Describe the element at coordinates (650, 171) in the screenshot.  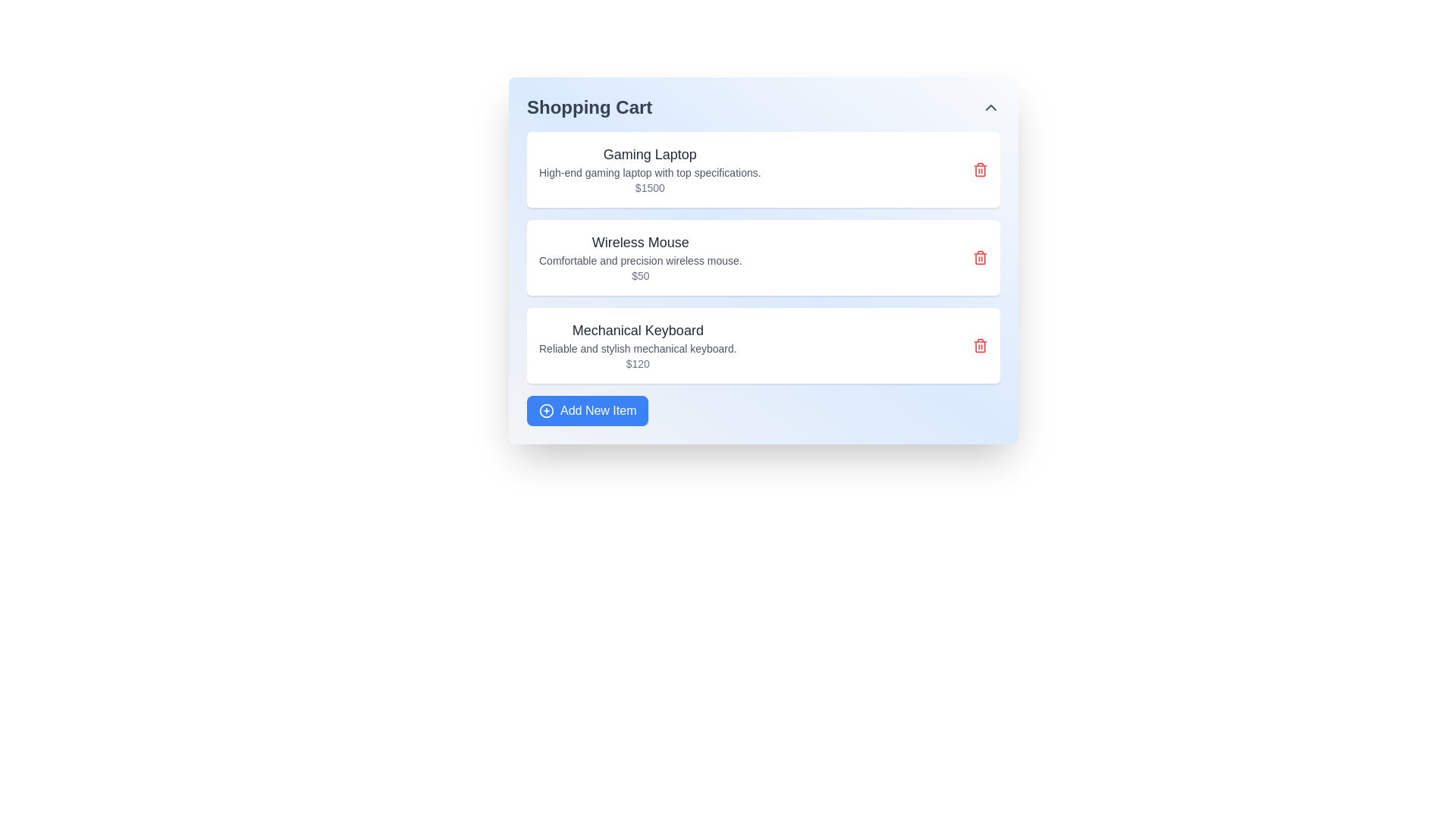
I see `text content of the descriptive Text Label located beneath the title 'Gaming Laptop' and above the price '$1500'` at that location.